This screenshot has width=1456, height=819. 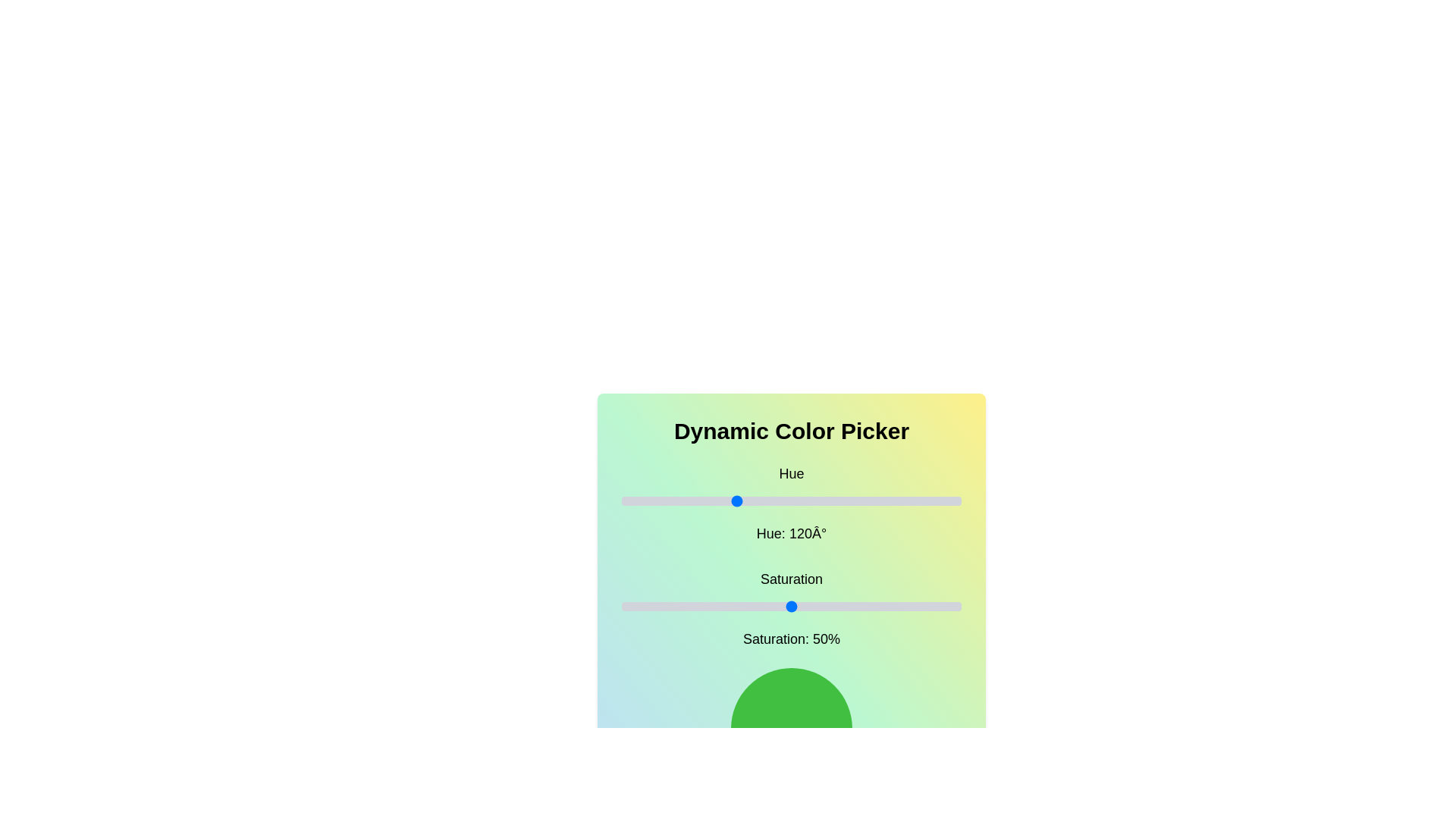 I want to click on the hue slider to set the hue to 203, so click(x=812, y=500).